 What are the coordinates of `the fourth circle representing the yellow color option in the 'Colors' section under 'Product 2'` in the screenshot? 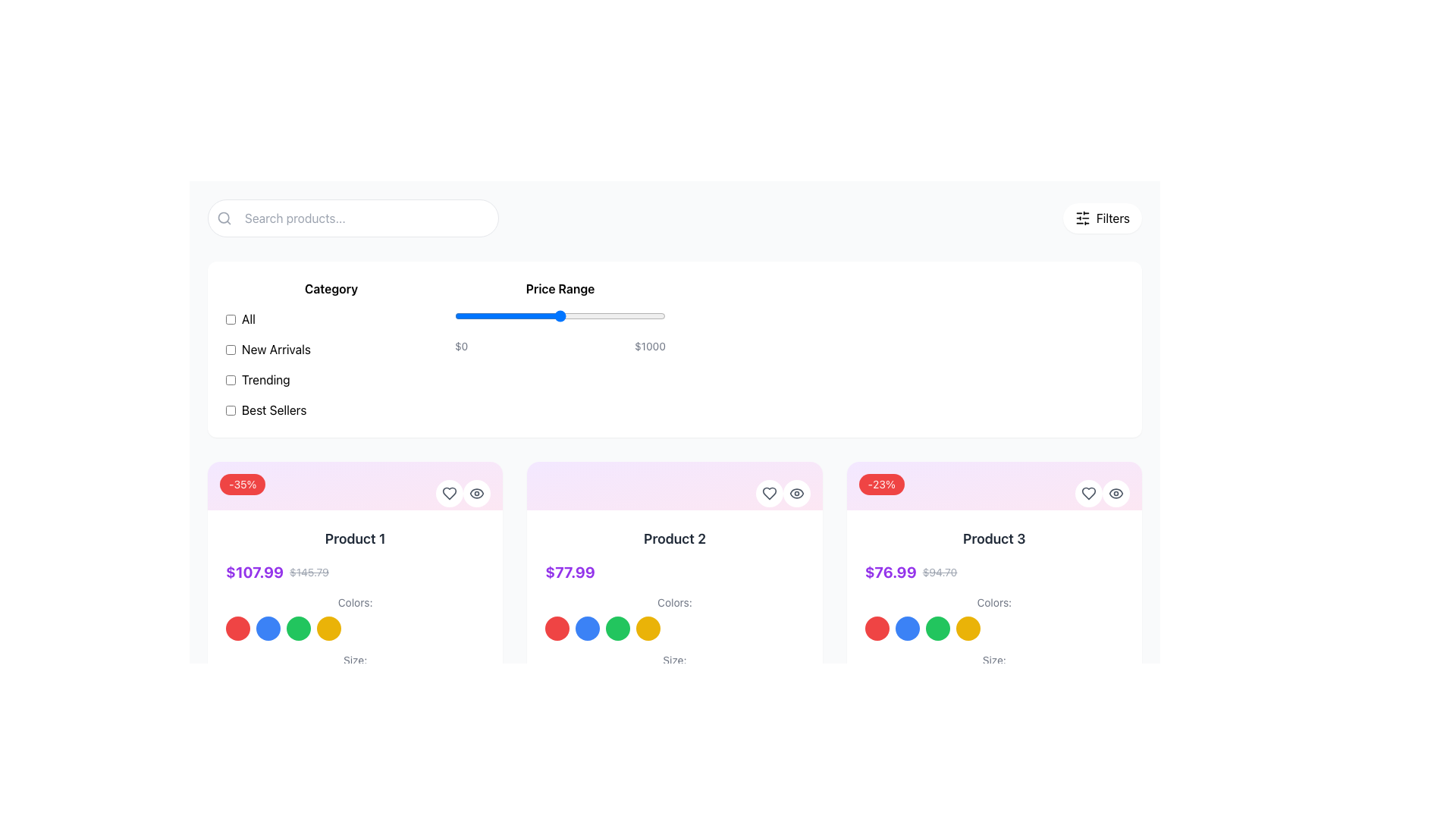 It's located at (648, 629).